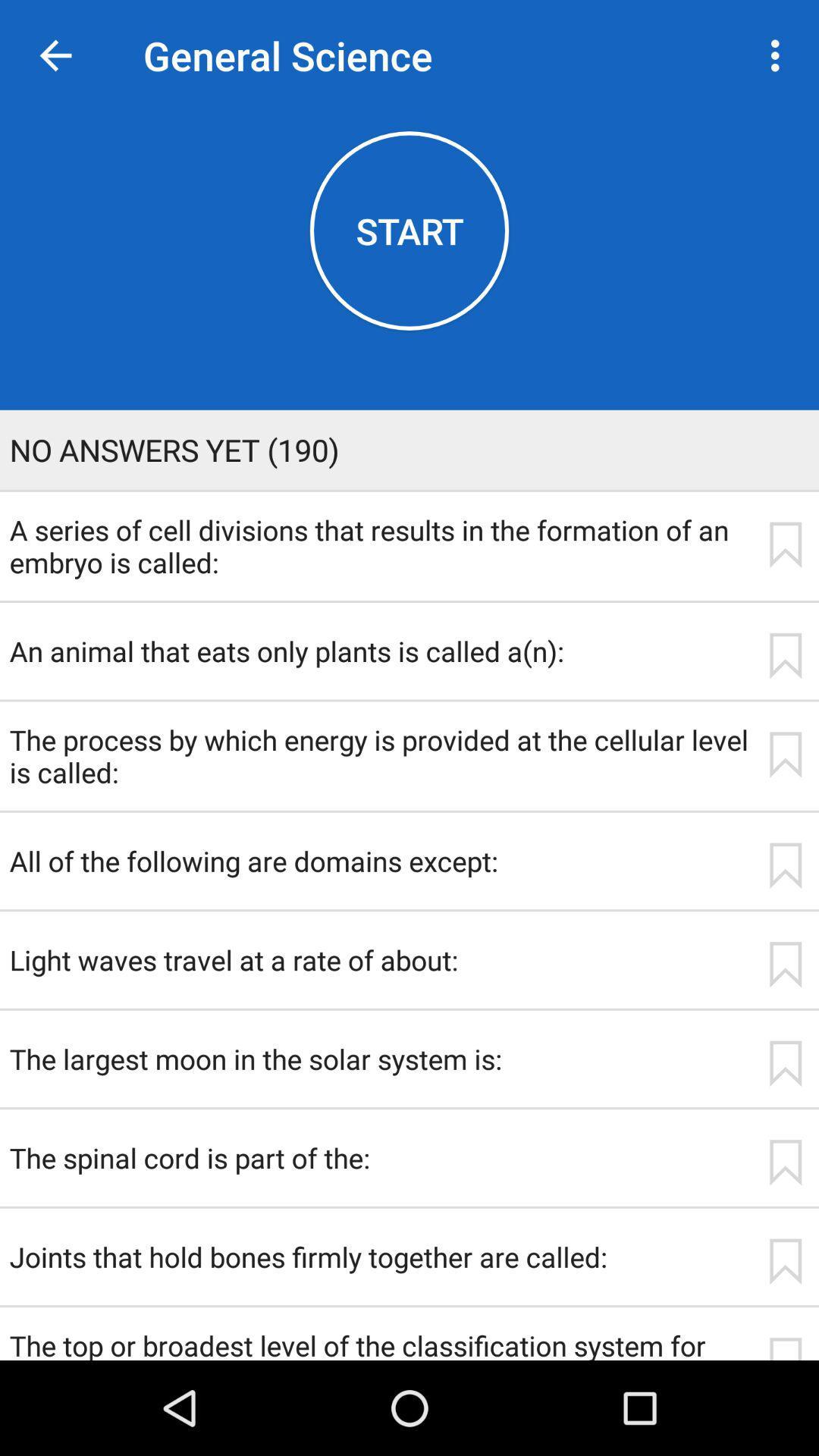 The height and width of the screenshot is (1456, 819). What do you see at coordinates (785, 964) in the screenshot?
I see `app next to light waves travel icon` at bounding box center [785, 964].